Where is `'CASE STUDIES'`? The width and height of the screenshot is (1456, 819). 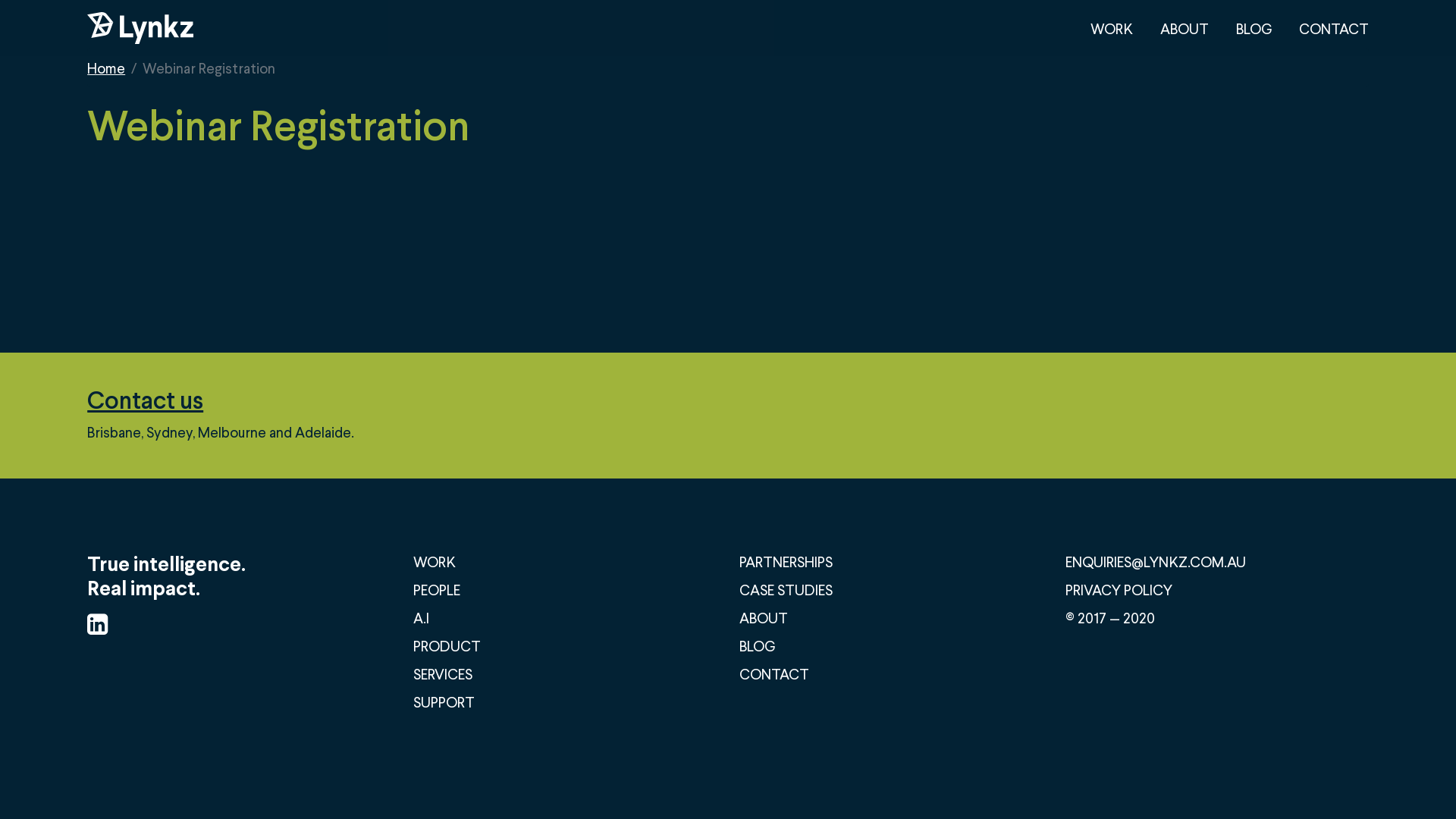
'CASE STUDIES' is located at coordinates (786, 588).